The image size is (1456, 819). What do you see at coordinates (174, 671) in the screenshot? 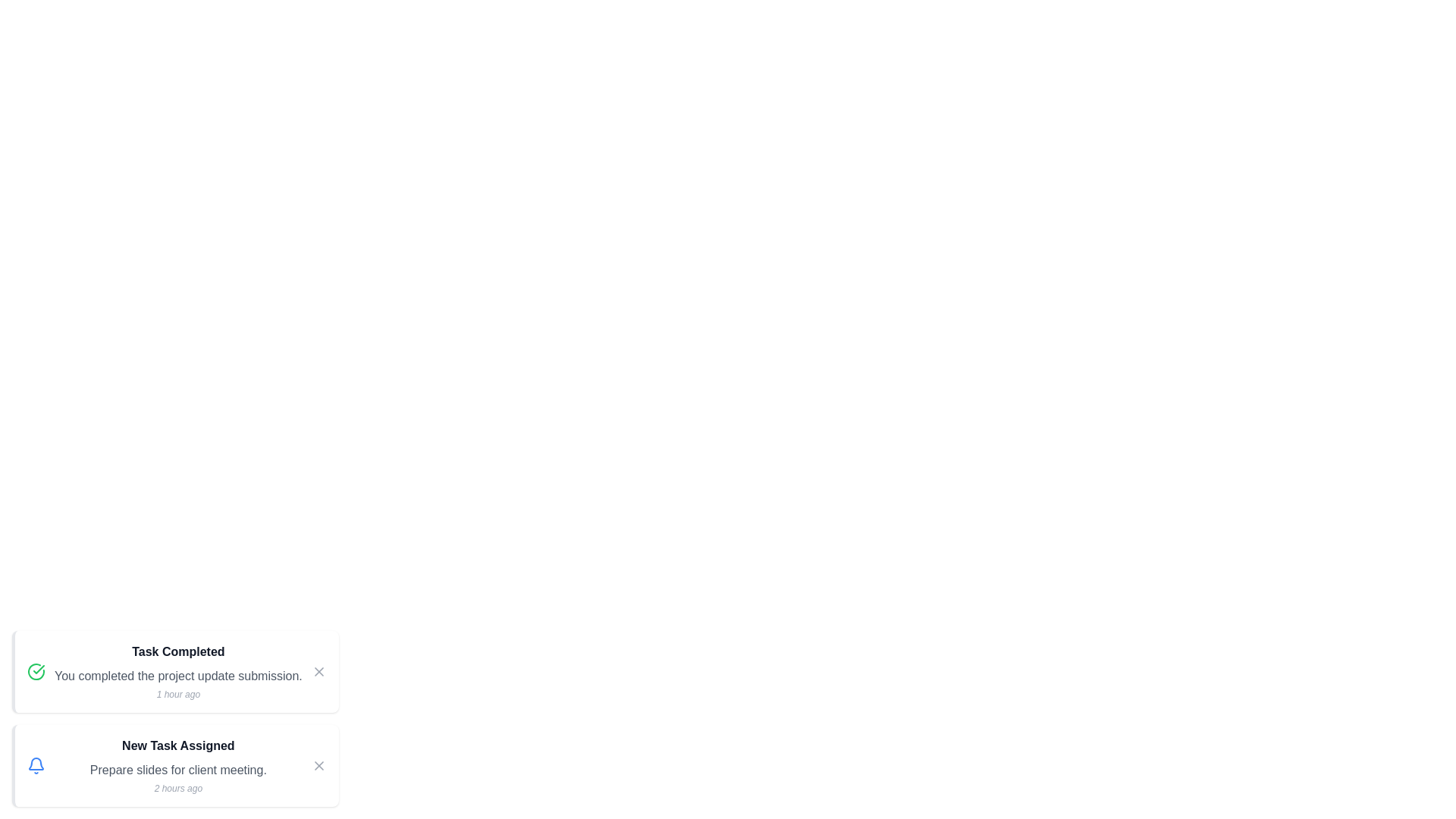
I see `the task notification to focus on its description` at bounding box center [174, 671].